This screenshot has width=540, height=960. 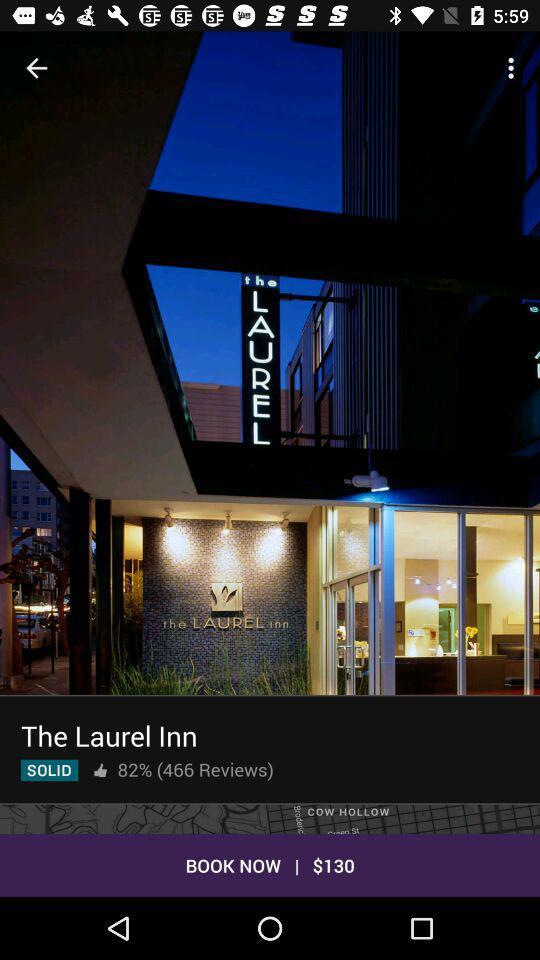 What do you see at coordinates (195, 768) in the screenshot?
I see `the 82% (466 reviews) icon` at bounding box center [195, 768].